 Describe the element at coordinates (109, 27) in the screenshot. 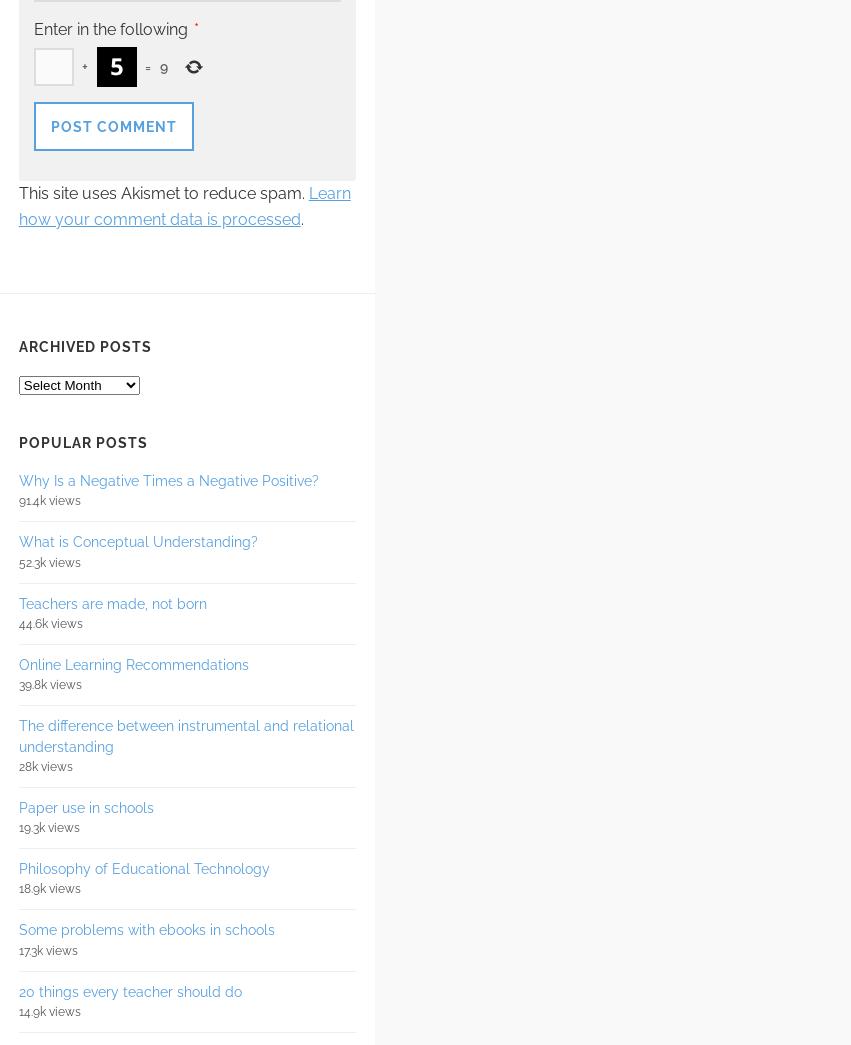

I see `'Enter in the following'` at that location.